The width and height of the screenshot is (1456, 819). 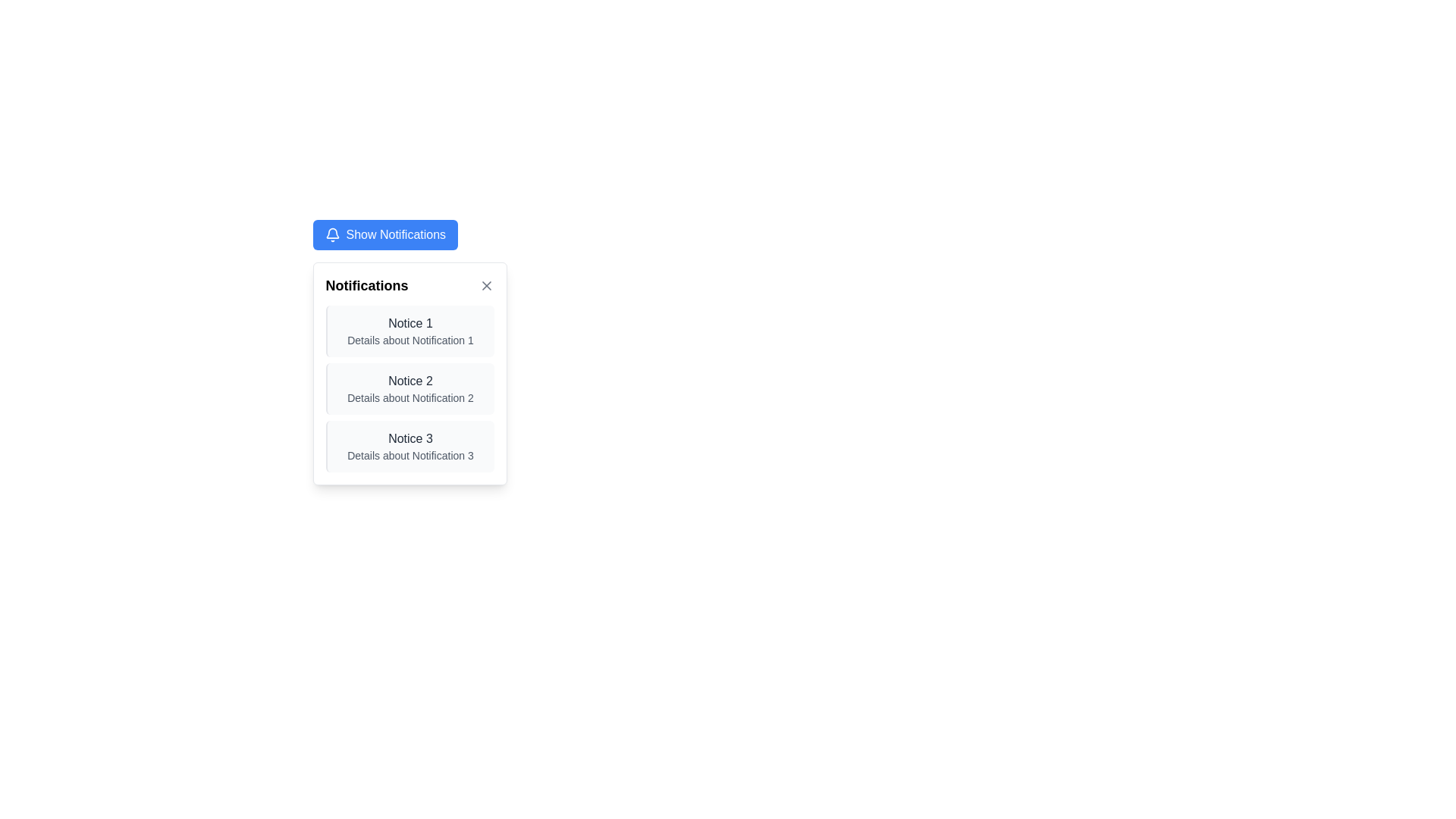 I want to click on the text component displaying 'Details about Notification 3' located below the title 'Notice 3' in the third notification card, so click(x=410, y=455).